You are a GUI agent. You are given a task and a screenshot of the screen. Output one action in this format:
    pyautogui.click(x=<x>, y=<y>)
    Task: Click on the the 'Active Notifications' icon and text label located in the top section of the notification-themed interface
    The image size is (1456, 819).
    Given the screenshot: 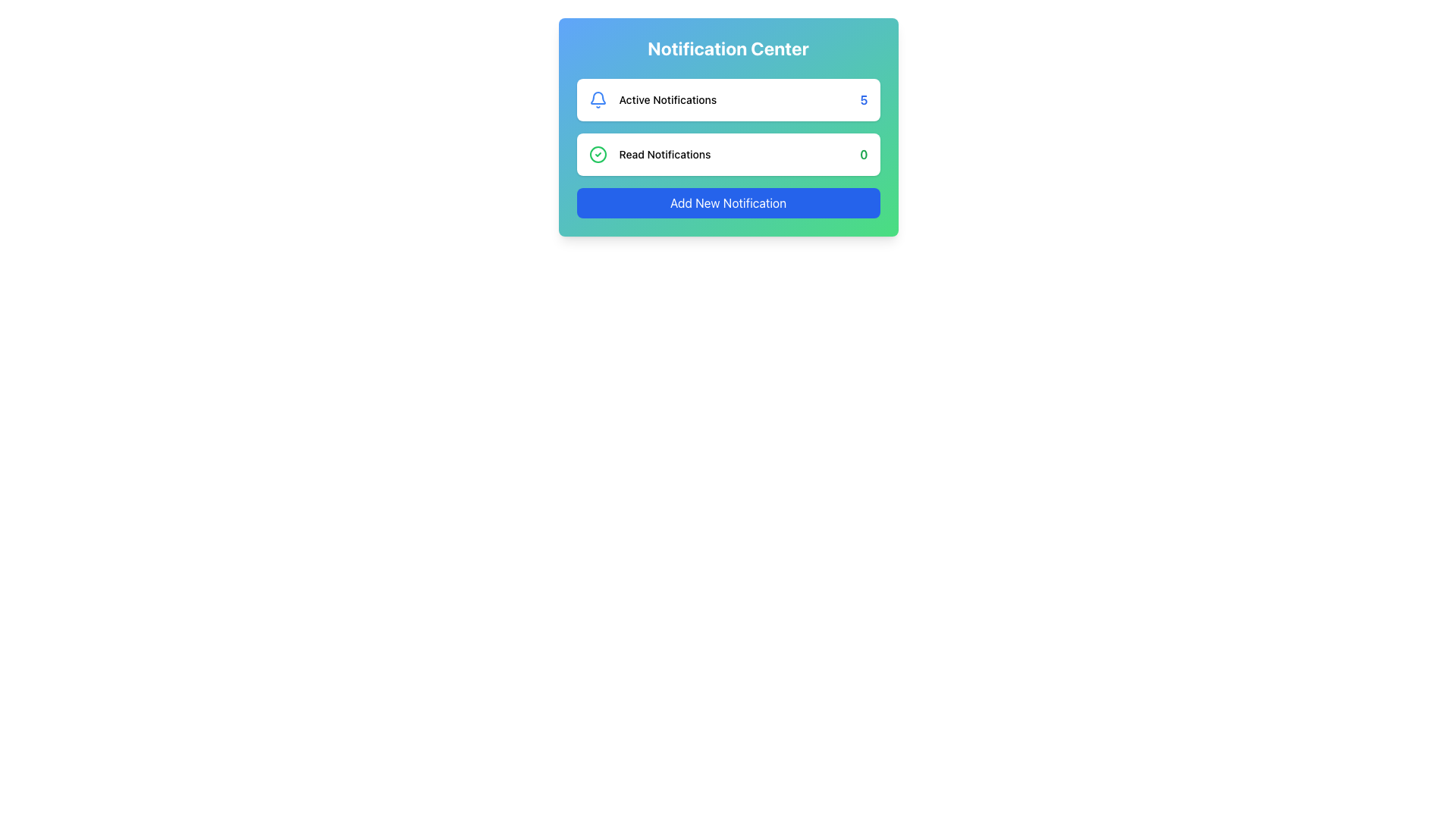 What is the action you would take?
    pyautogui.click(x=652, y=99)
    